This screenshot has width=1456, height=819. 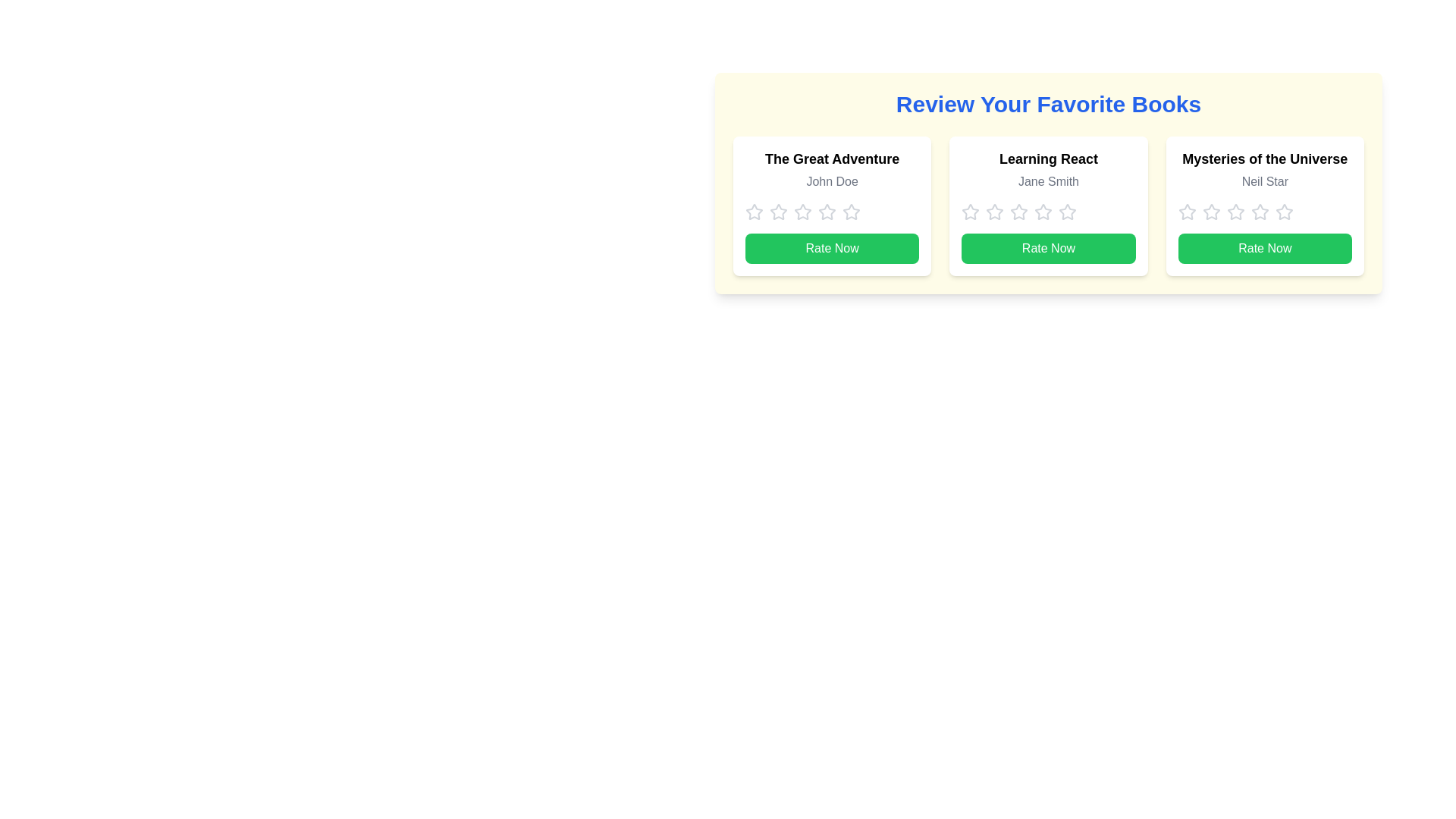 What do you see at coordinates (1283, 212) in the screenshot?
I see `the fifth star rating icon, which has a hollow light gray appearance, located on the far right of the row of three cards for the book titled 'Mysteries of the Universe', to scale it` at bounding box center [1283, 212].